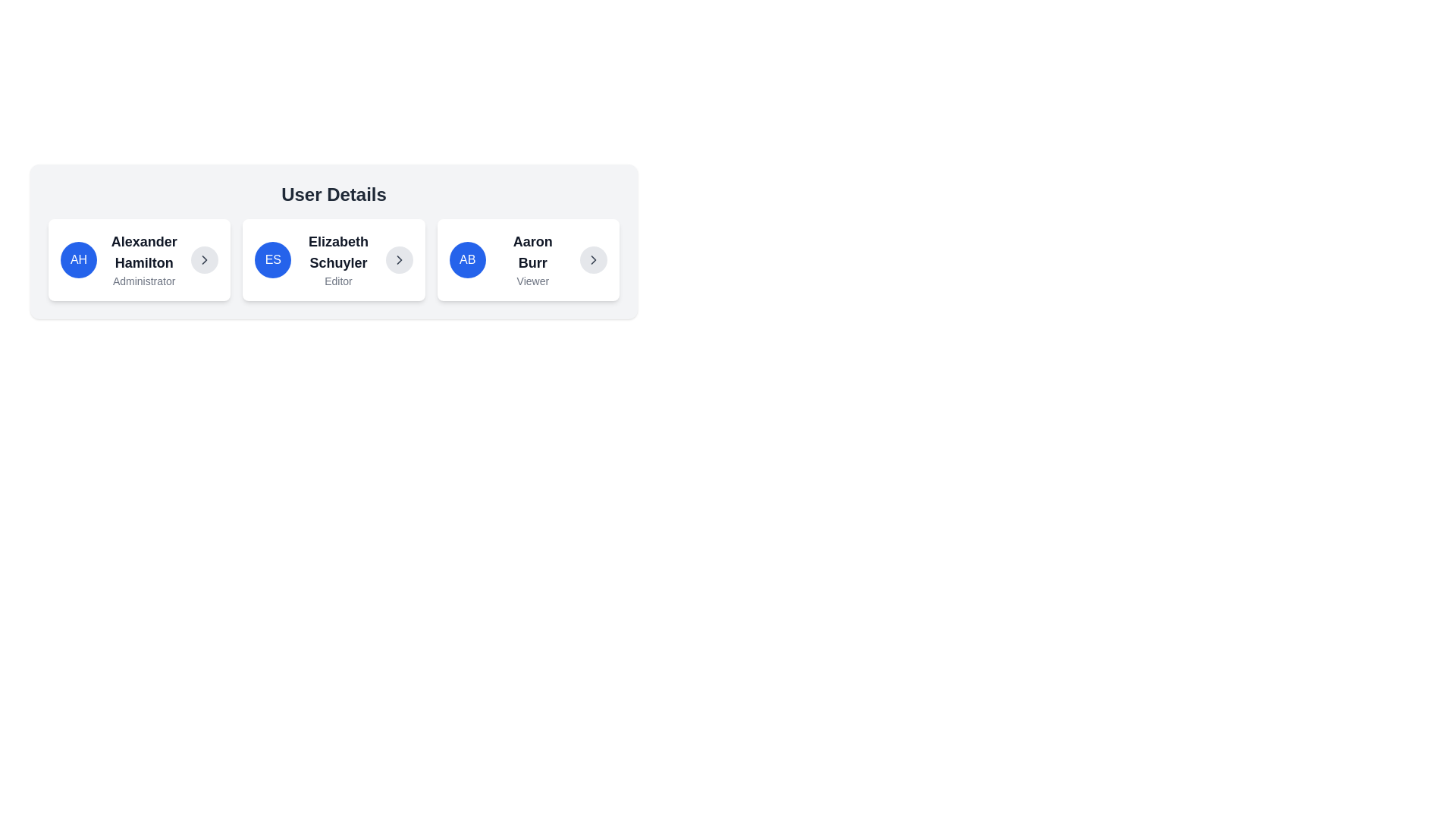 The width and height of the screenshot is (1456, 819). What do you see at coordinates (532, 281) in the screenshot?
I see `the 'Viewer' text label that indicates the role of 'Aaron Burr', located at the bottom of the user card, which is the third card from the left in a horizontal list` at bounding box center [532, 281].